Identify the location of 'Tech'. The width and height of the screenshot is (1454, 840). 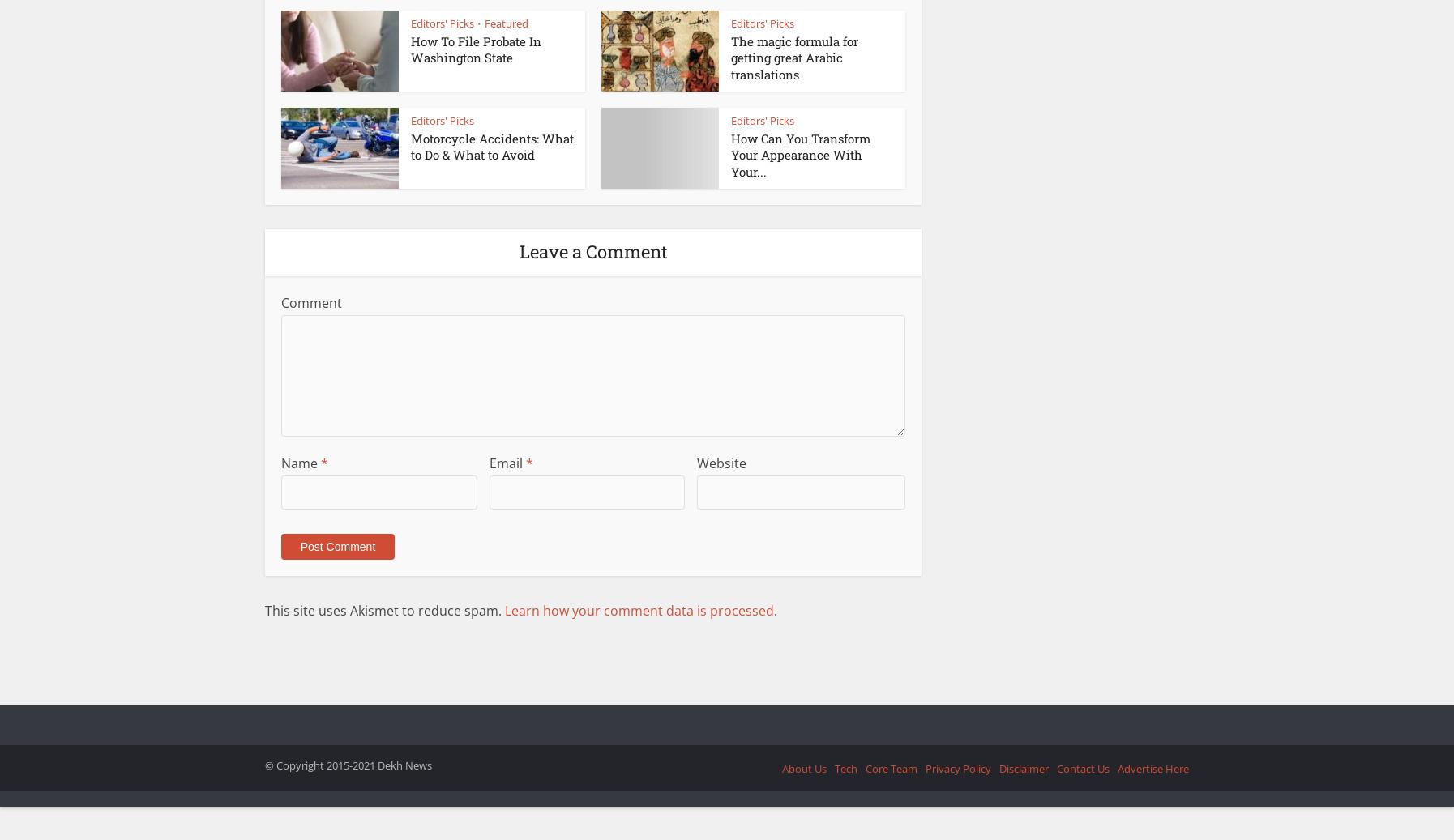
(845, 768).